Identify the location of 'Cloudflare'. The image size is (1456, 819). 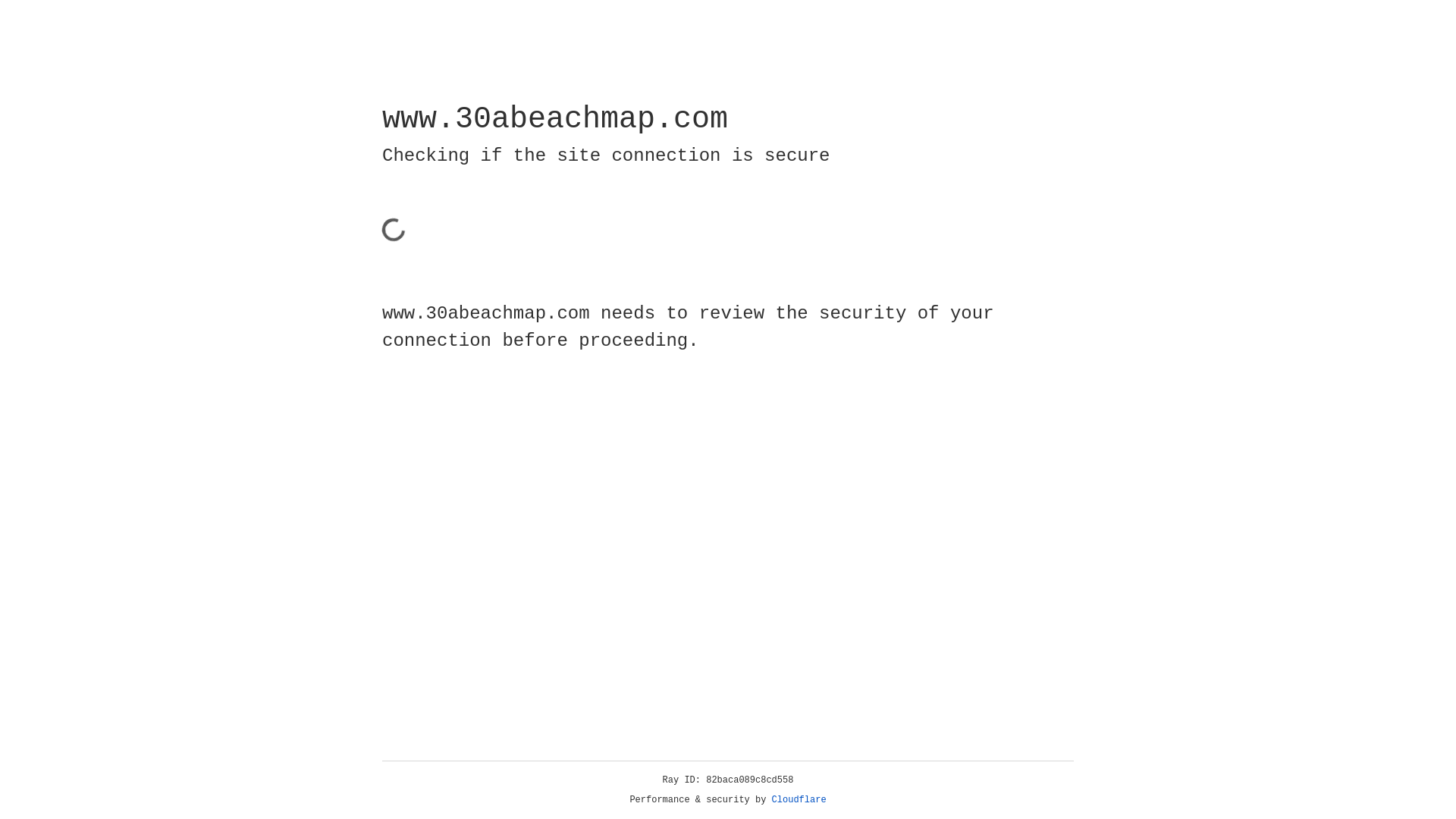
(771, 799).